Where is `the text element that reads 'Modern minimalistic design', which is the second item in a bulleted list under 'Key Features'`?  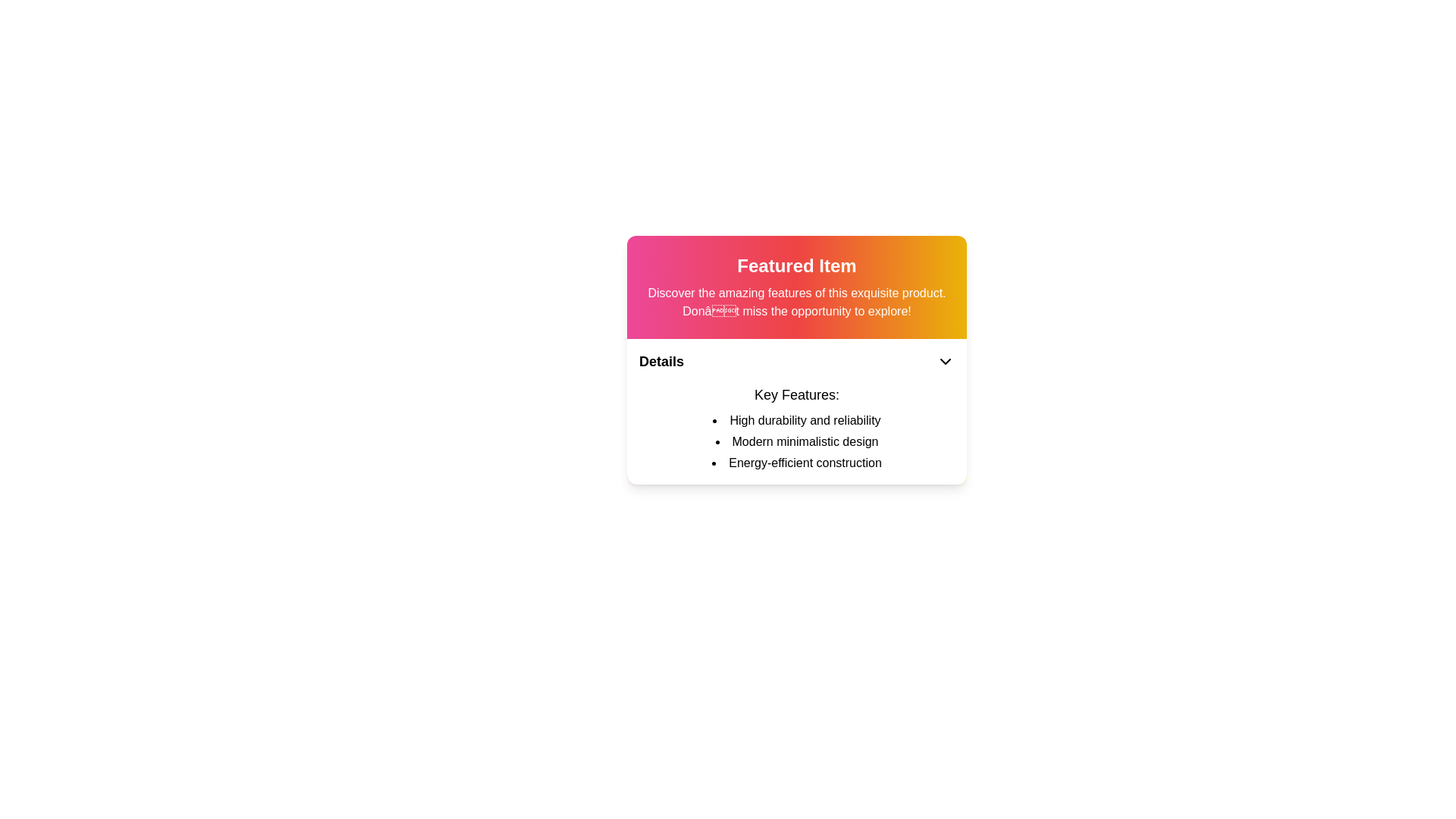
the text element that reads 'Modern minimalistic design', which is the second item in a bulleted list under 'Key Features' is located at coordinates (796, 441).